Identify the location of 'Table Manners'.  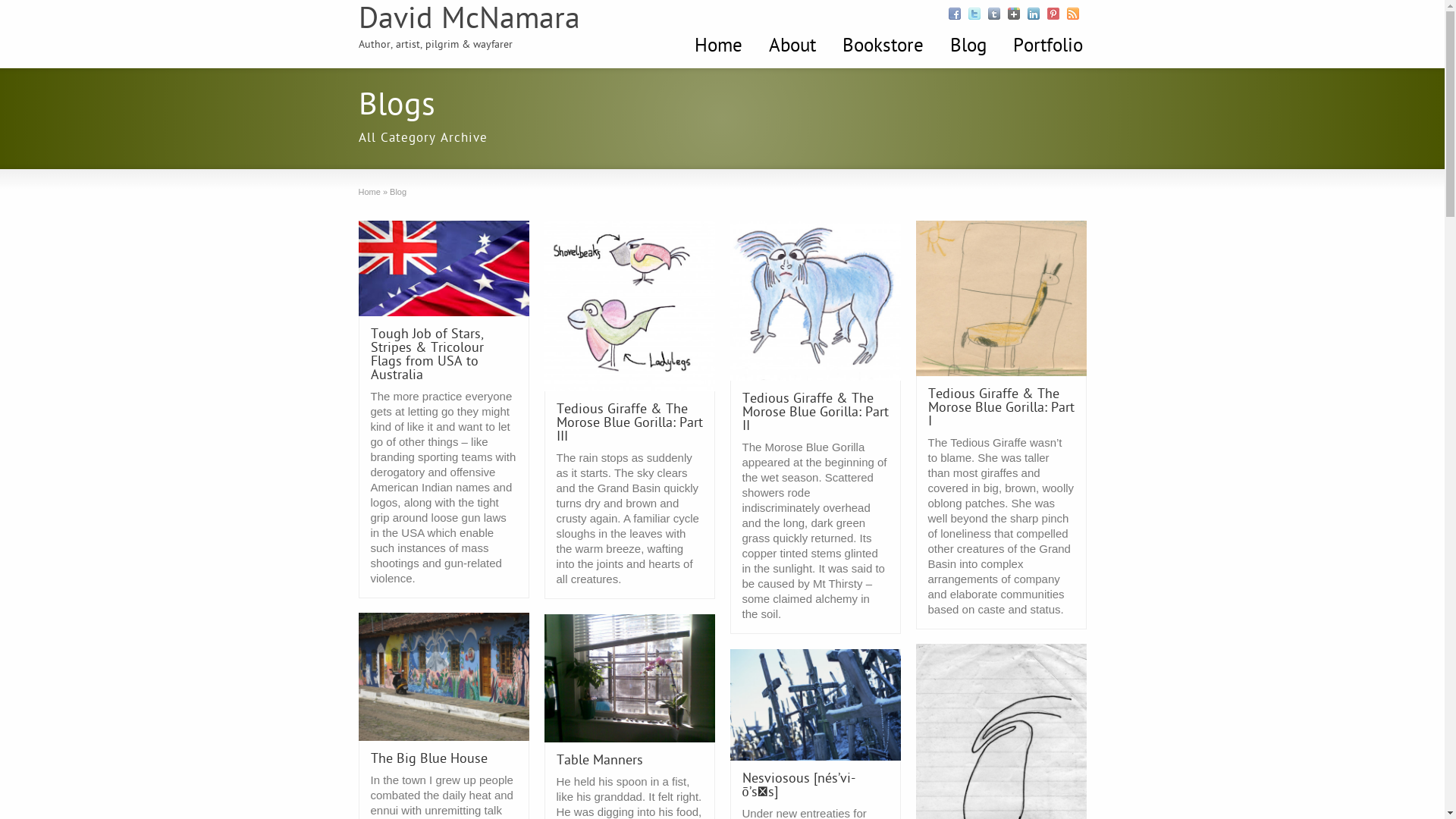
(556, 761).